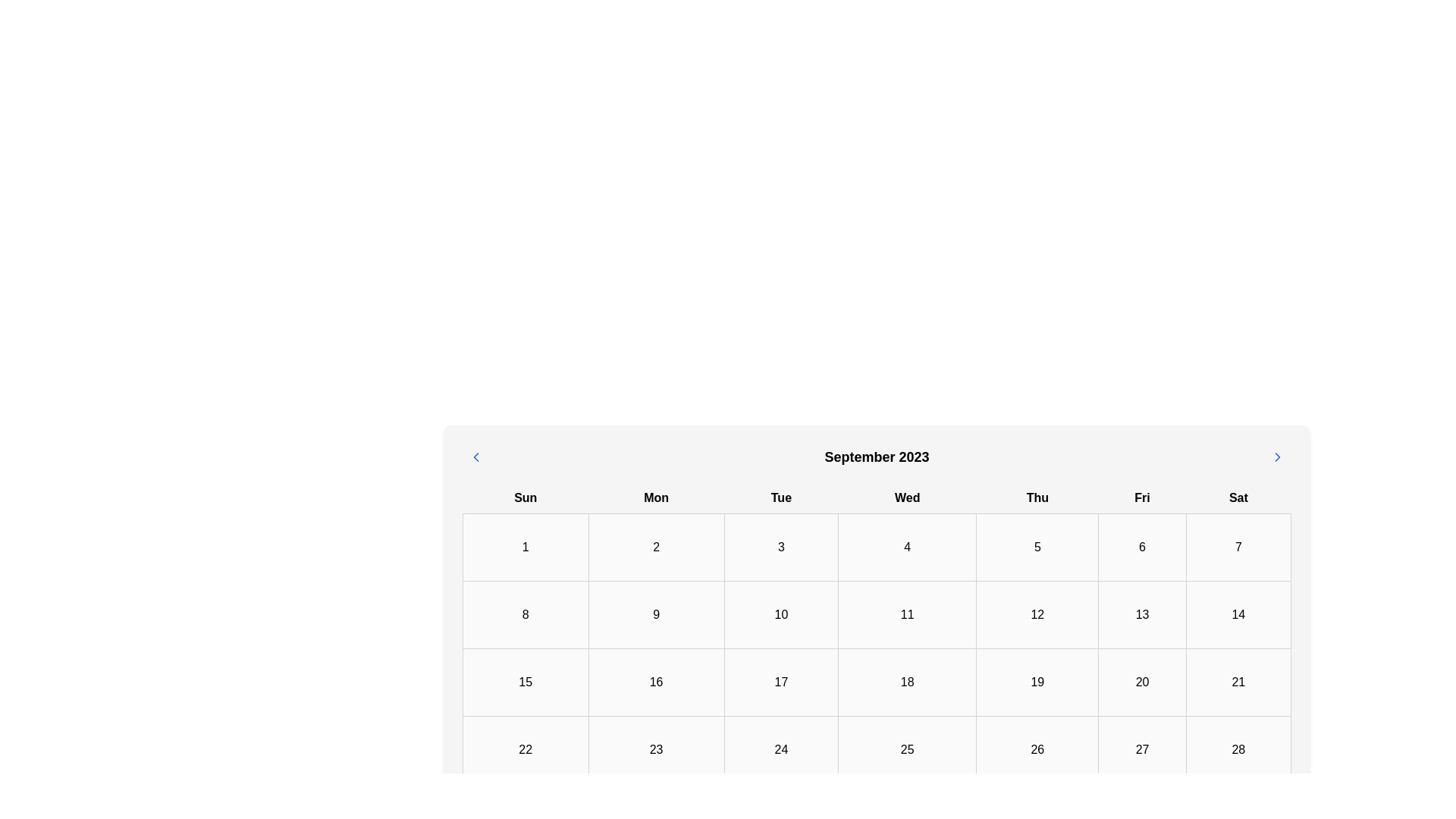 This screenshot has height=819, width=1456. I want to click on the text label displaying 'Wed', which is the fourth segment in a row of abbreviated weekday names, positioned between 'Tue' and 'Thu', so click(907, 498).